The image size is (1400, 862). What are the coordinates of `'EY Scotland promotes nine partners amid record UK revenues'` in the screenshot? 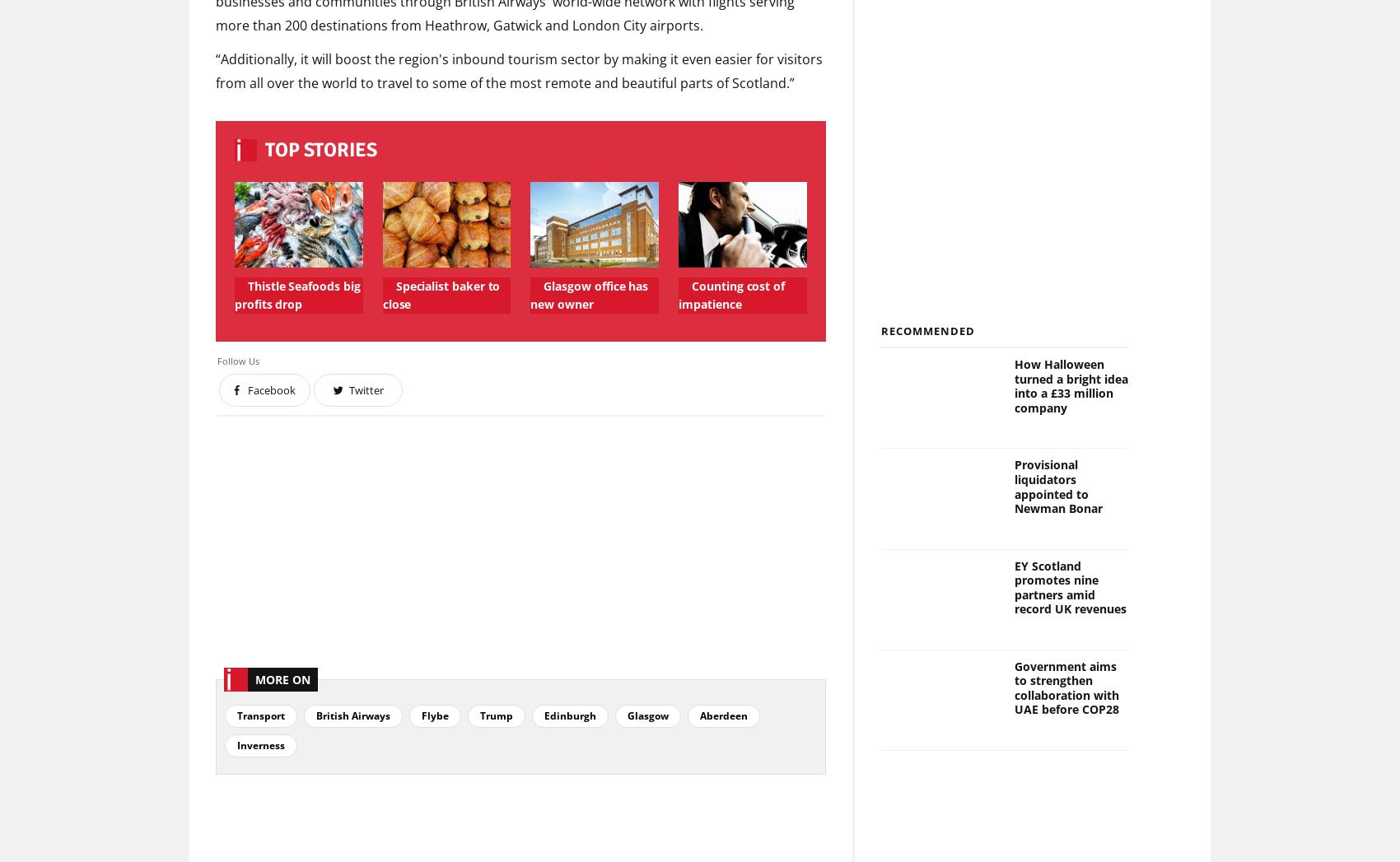 It's located at (1069, 586).